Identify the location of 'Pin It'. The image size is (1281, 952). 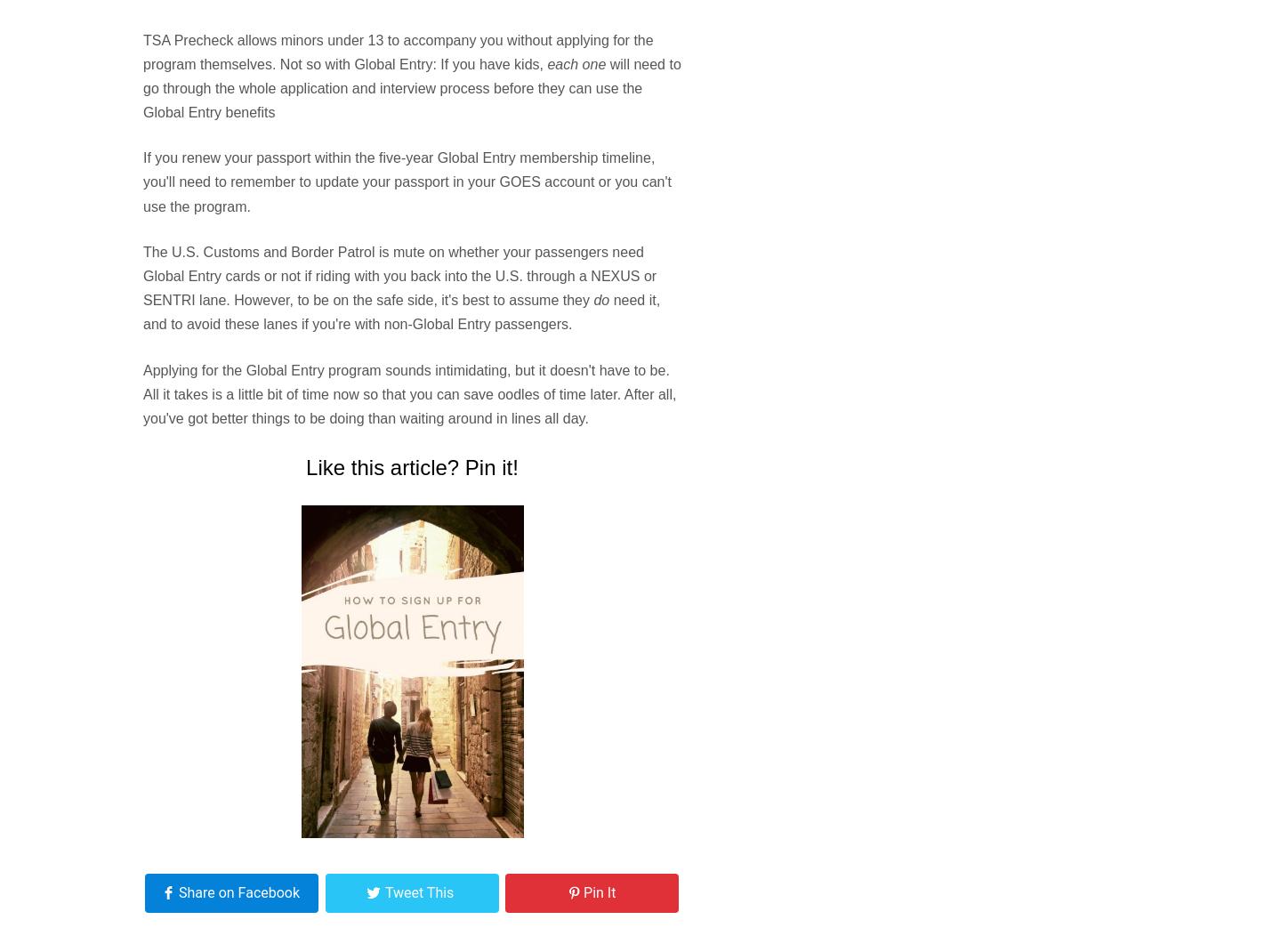
(600, 892).